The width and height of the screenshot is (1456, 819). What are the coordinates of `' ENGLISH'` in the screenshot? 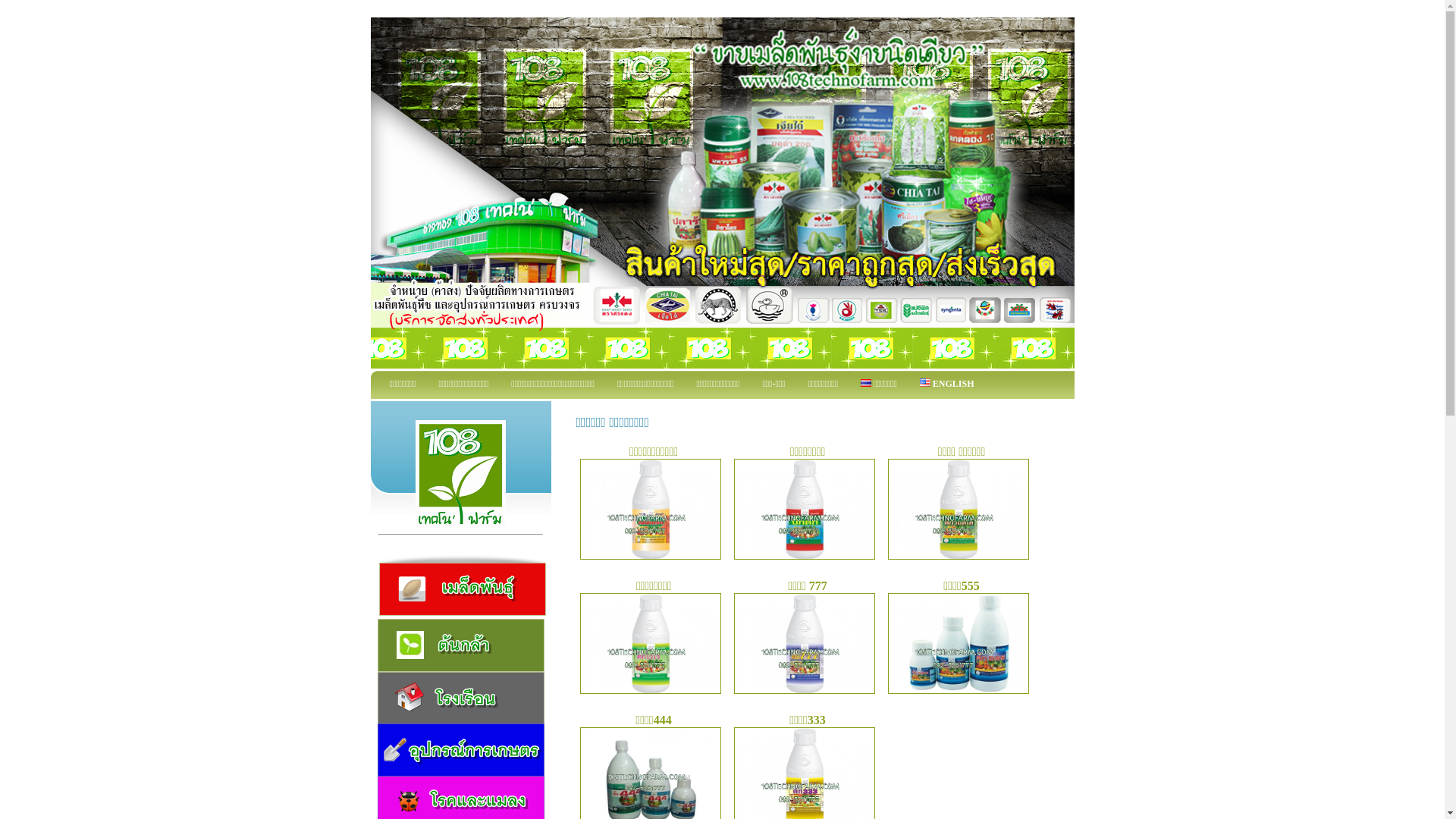 It's located at (946, 384).